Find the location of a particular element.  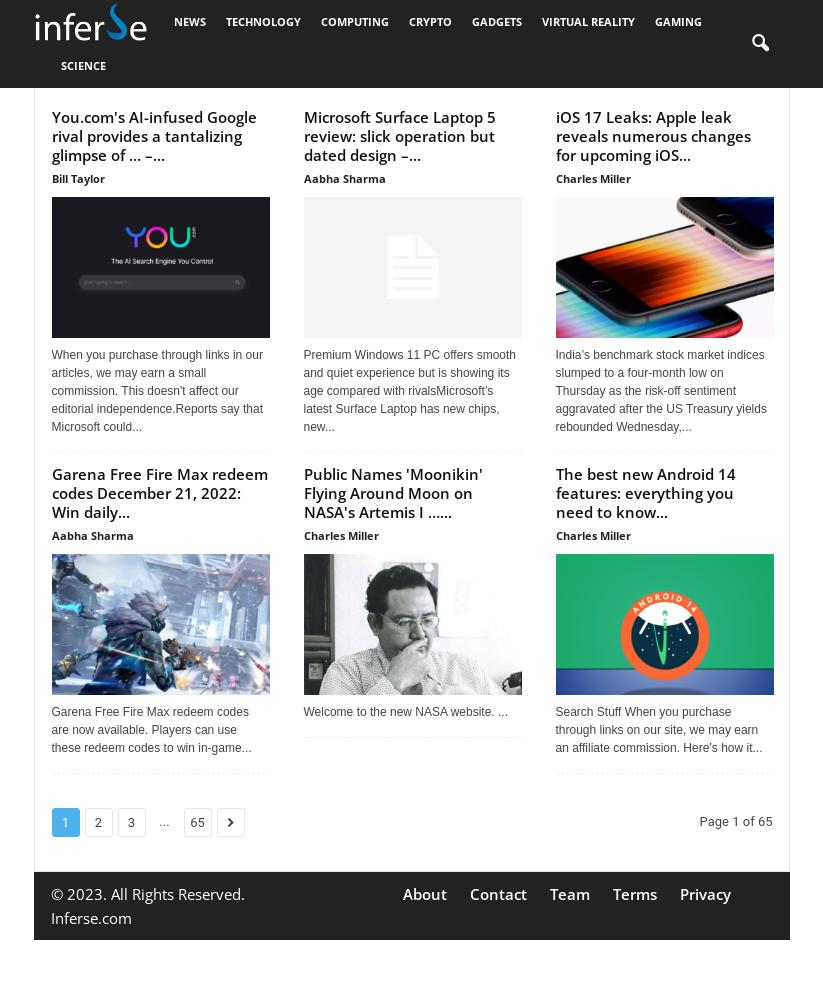

'Contact' is located at coordinates (468, 894).